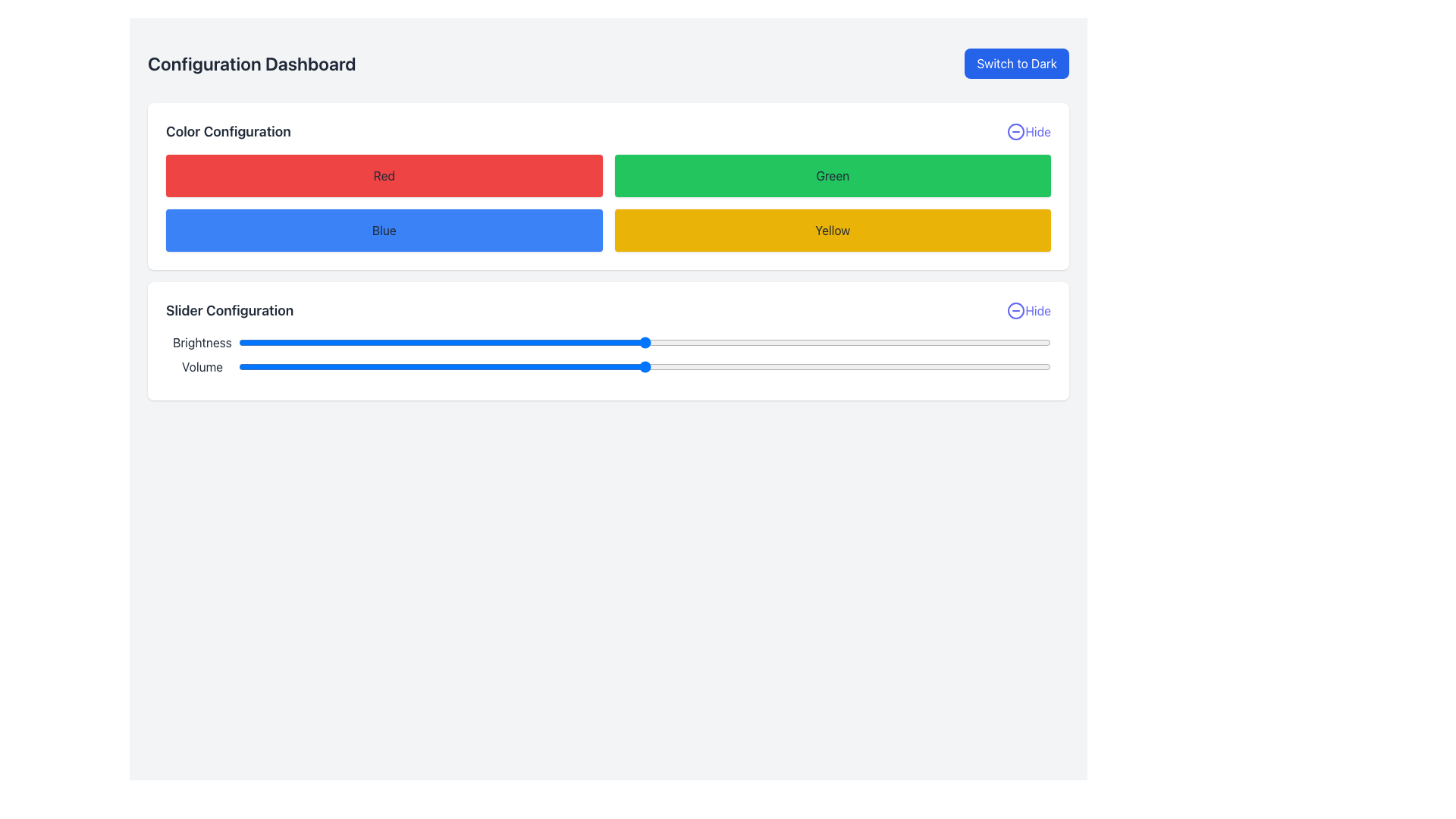  I want to click on volume, so click(491, 366).